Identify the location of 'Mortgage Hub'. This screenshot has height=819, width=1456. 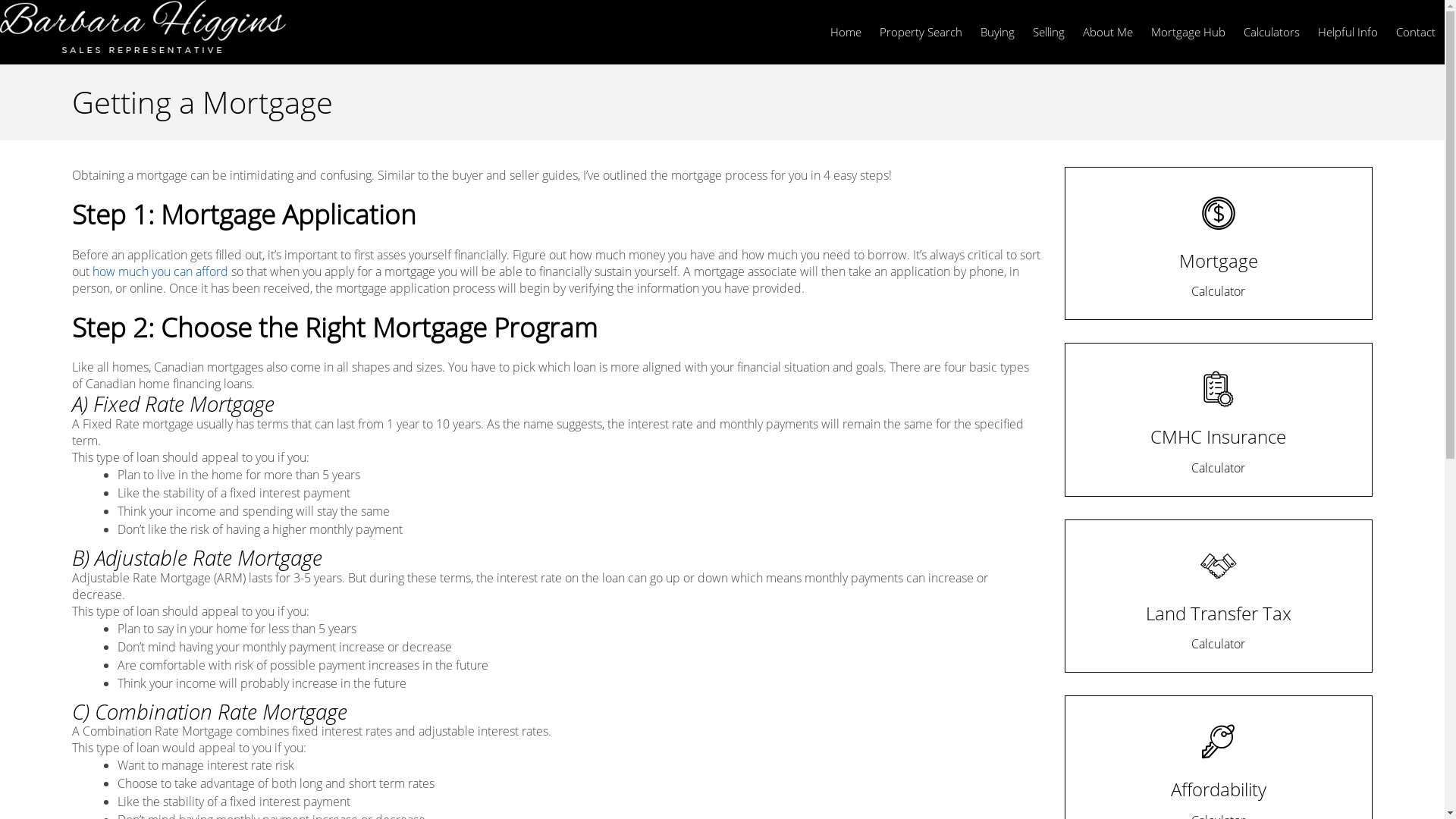
(1187, 32).